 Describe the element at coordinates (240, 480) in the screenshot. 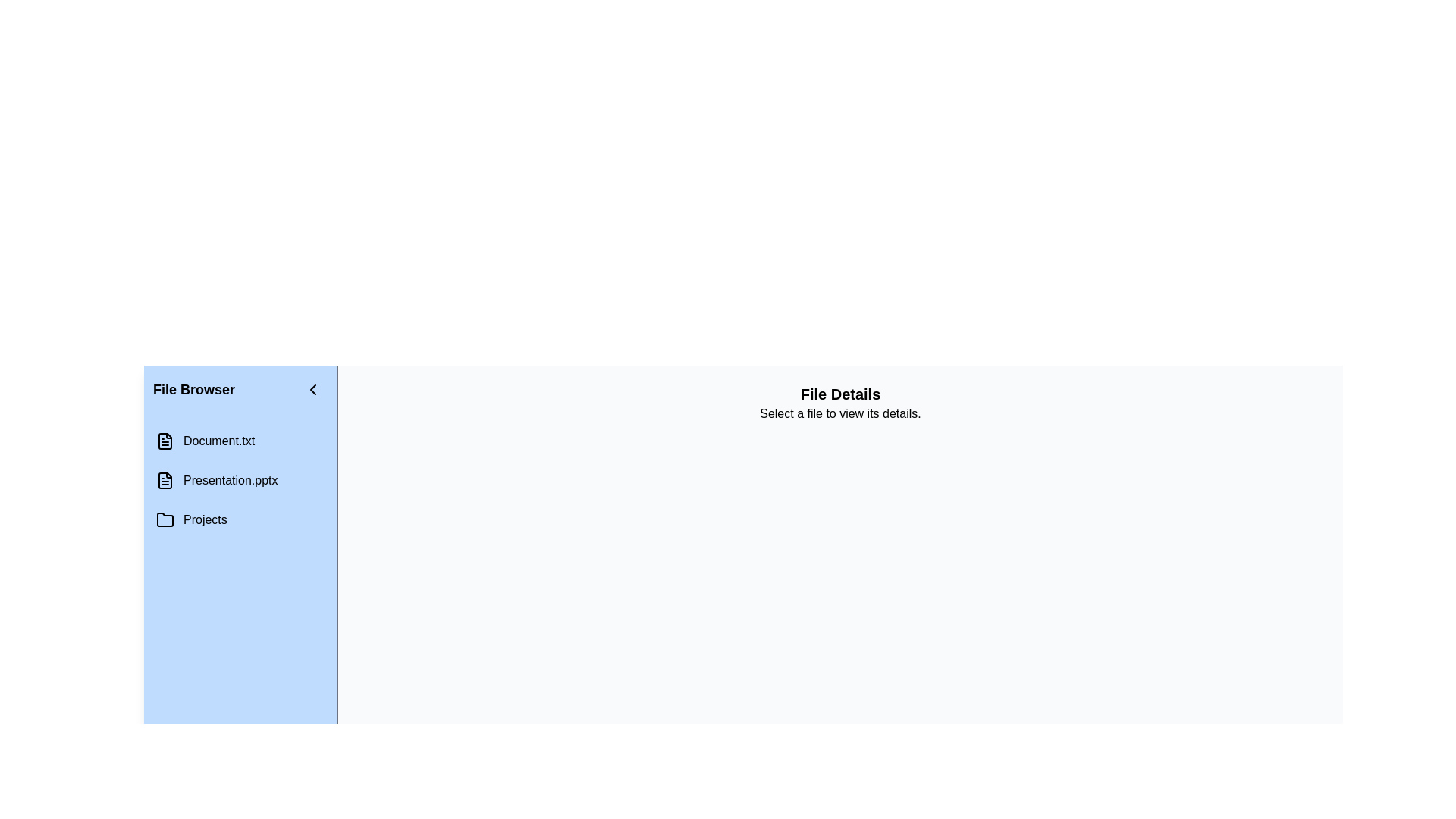

I see `the focused list item 'Presentation.pptx' in the 'File Browser' sidebar, which is the second item in the vertical list` at that location.